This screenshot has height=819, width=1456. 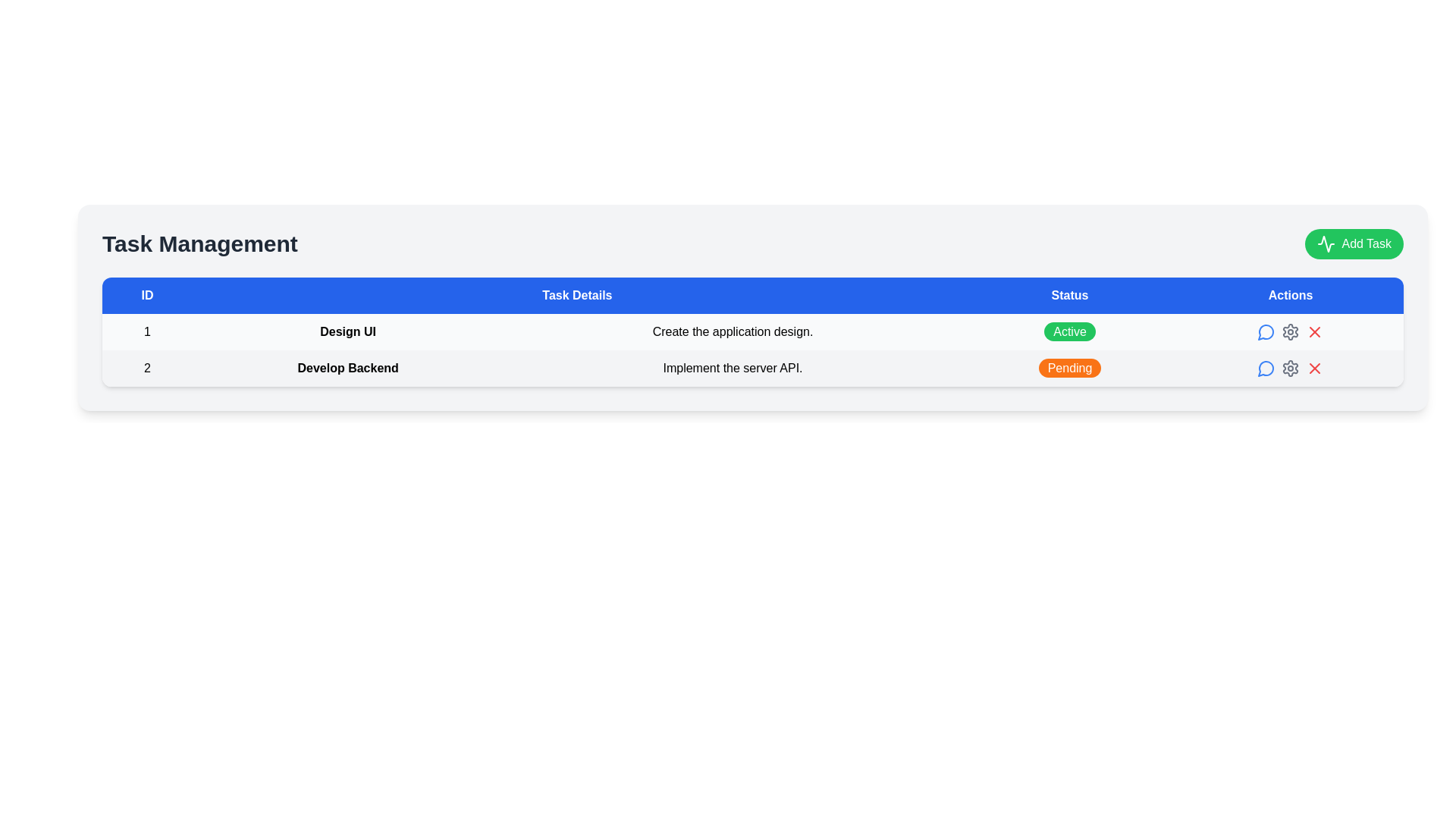 What do you see at coordinates (1069, 331) in the screenshot?
I see `text of the 'Active' status label, which is a pill-shaped label with a green background and white text, located in the first row of the 'Task Management' section` at bounding box center [1069, 331].